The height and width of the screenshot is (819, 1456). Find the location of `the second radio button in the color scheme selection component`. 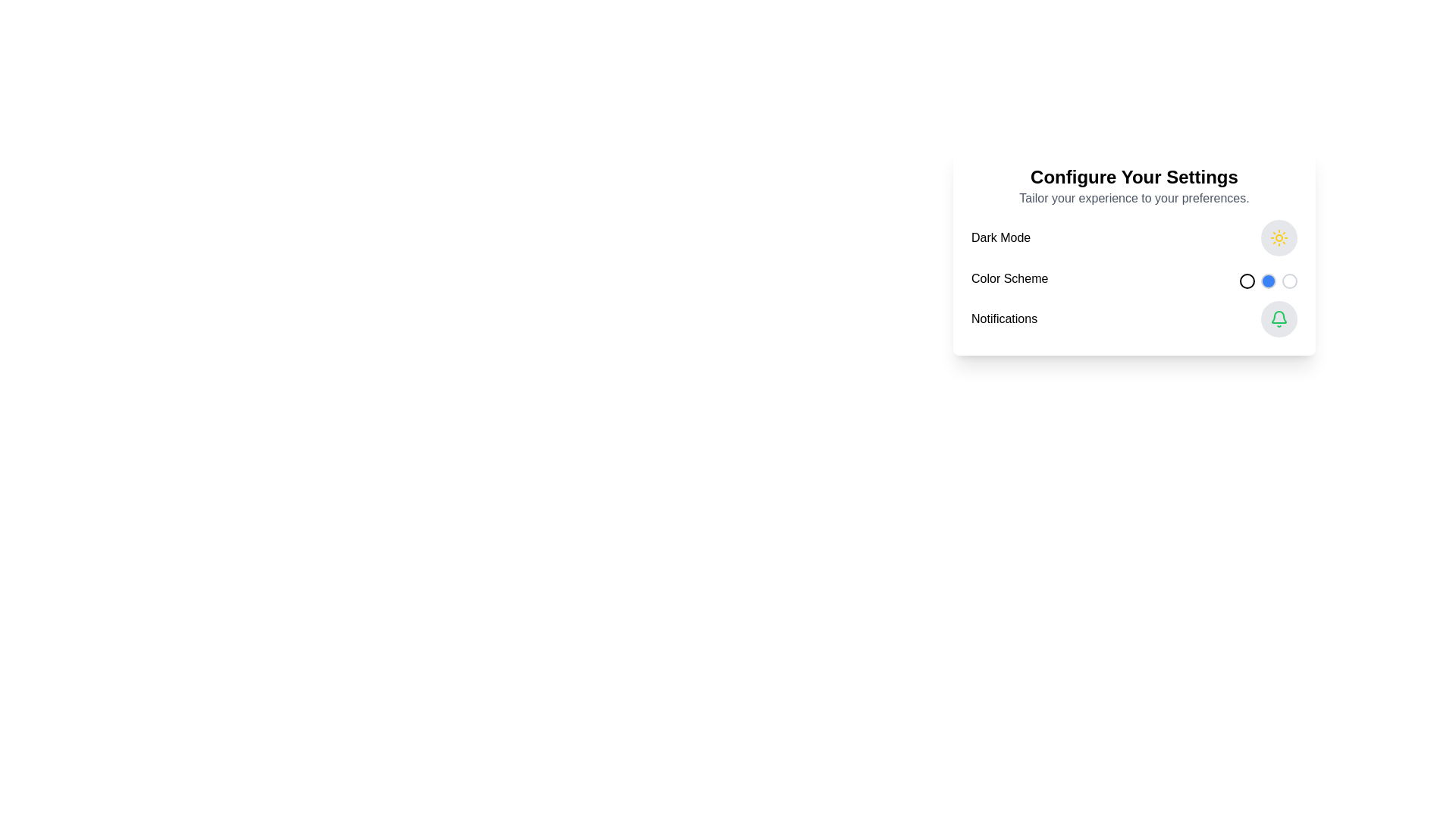

the second radio button in the color scheme selection component is located at coordinates (1134, 278).